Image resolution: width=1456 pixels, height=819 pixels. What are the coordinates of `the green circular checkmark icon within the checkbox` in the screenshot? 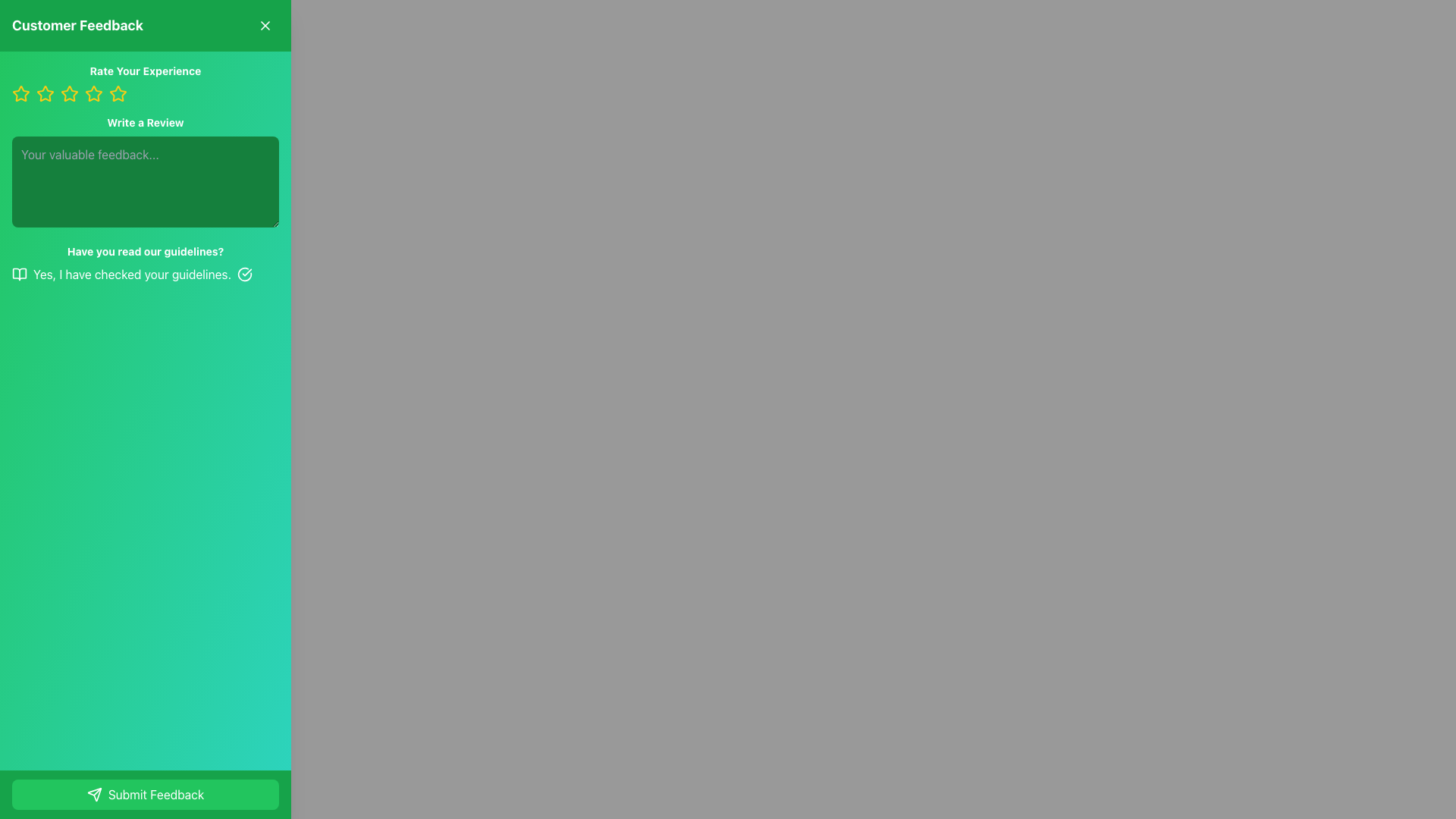 It's located at (244, 275).